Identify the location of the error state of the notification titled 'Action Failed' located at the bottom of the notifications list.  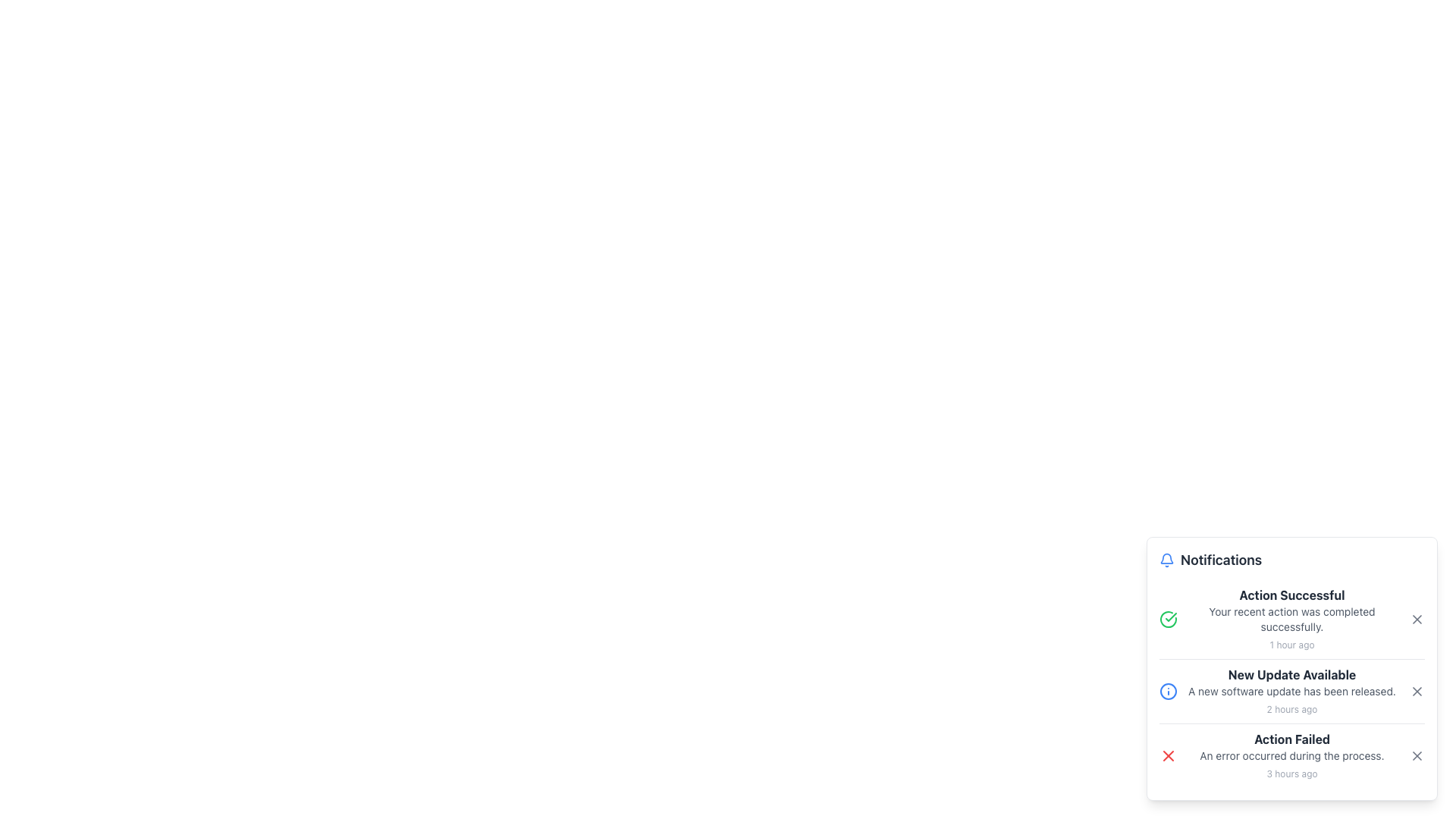
(1291, 755).